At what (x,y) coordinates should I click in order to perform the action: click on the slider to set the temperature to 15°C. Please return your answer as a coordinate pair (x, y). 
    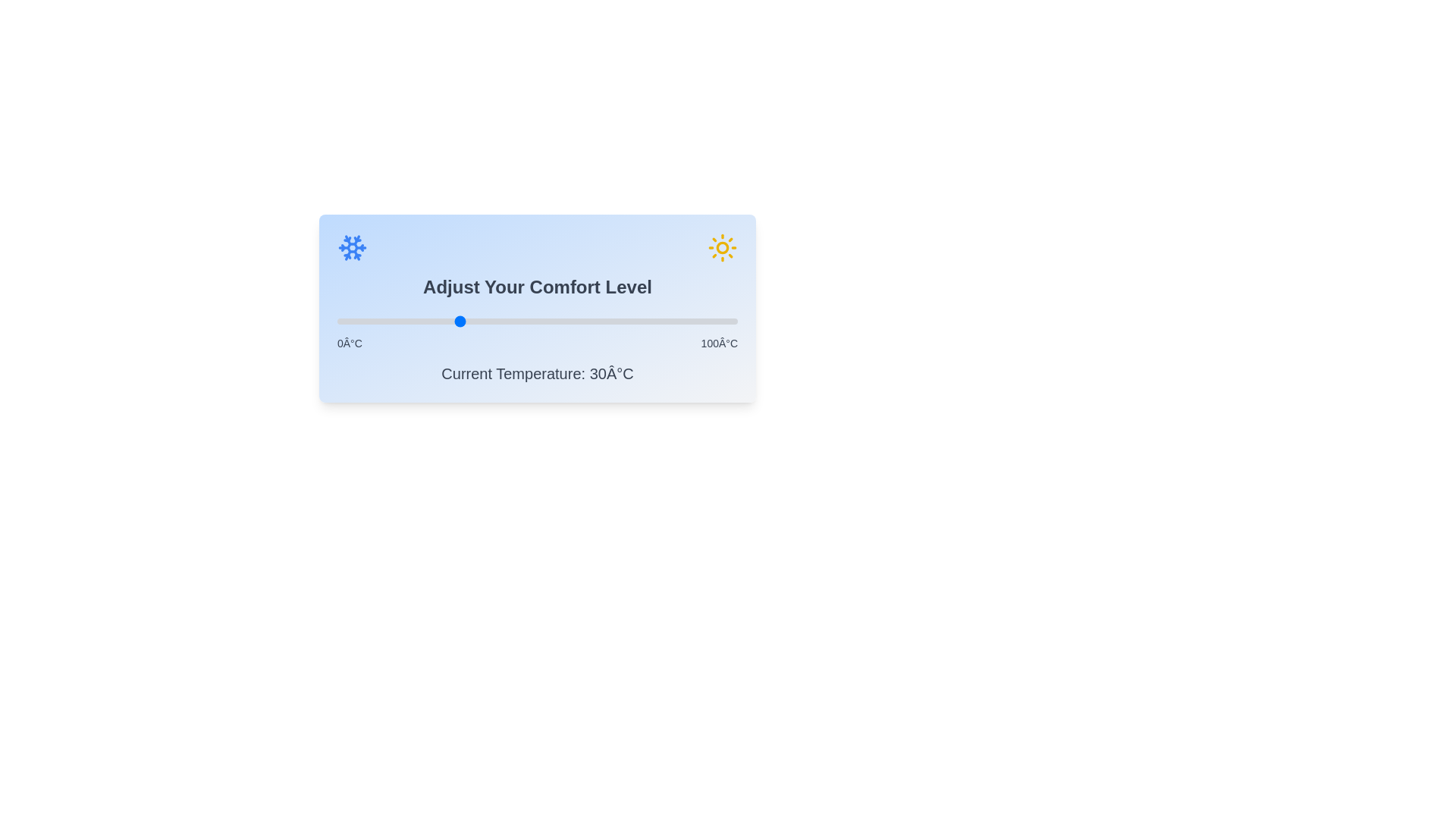
    Looking at the image, I should click on (397, 321).